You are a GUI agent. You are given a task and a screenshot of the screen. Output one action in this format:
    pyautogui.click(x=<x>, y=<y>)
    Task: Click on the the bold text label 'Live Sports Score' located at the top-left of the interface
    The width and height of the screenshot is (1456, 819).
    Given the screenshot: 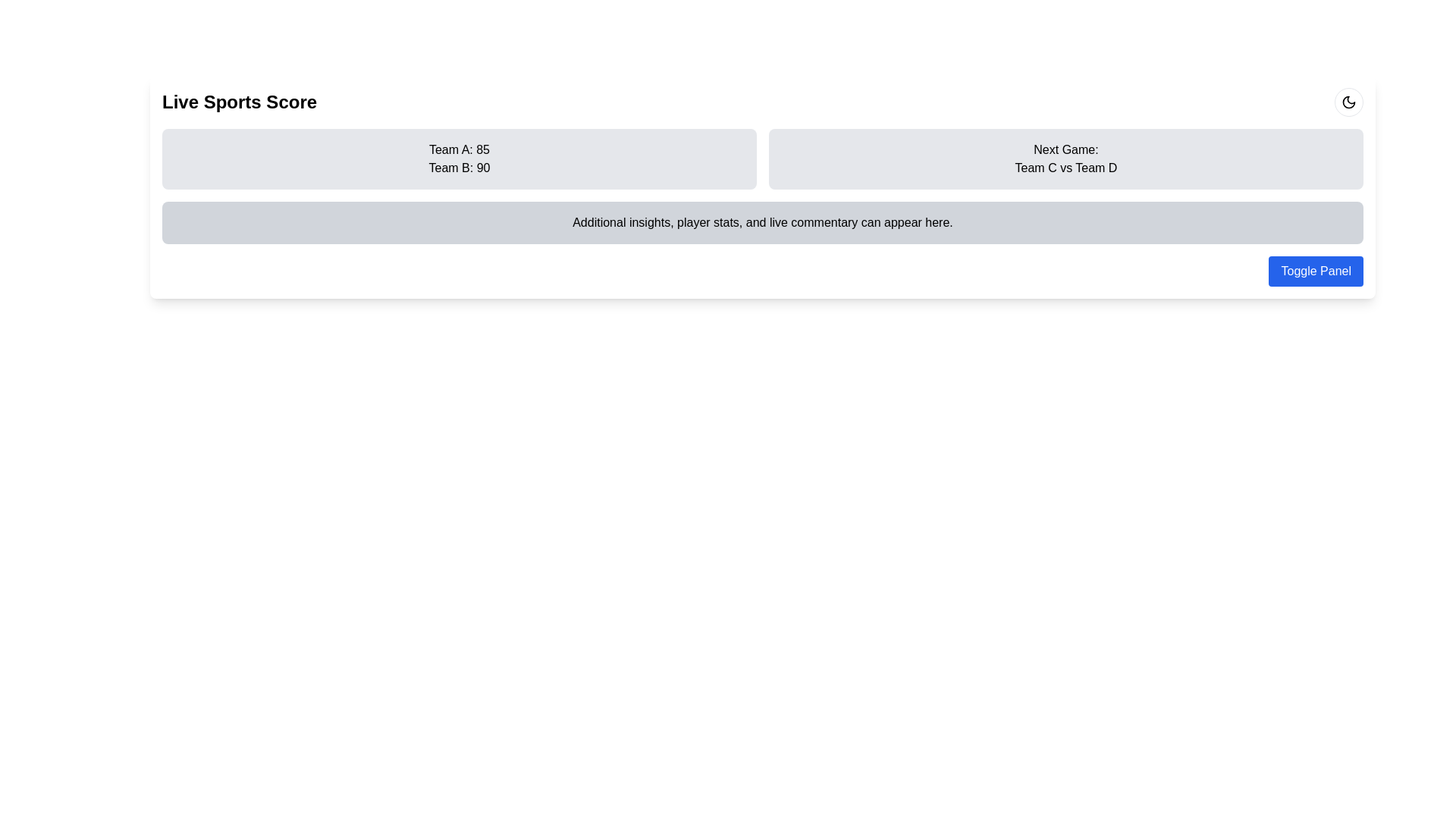 What is the action you would take?
    pyautogui.click(x=239, y=102)
    